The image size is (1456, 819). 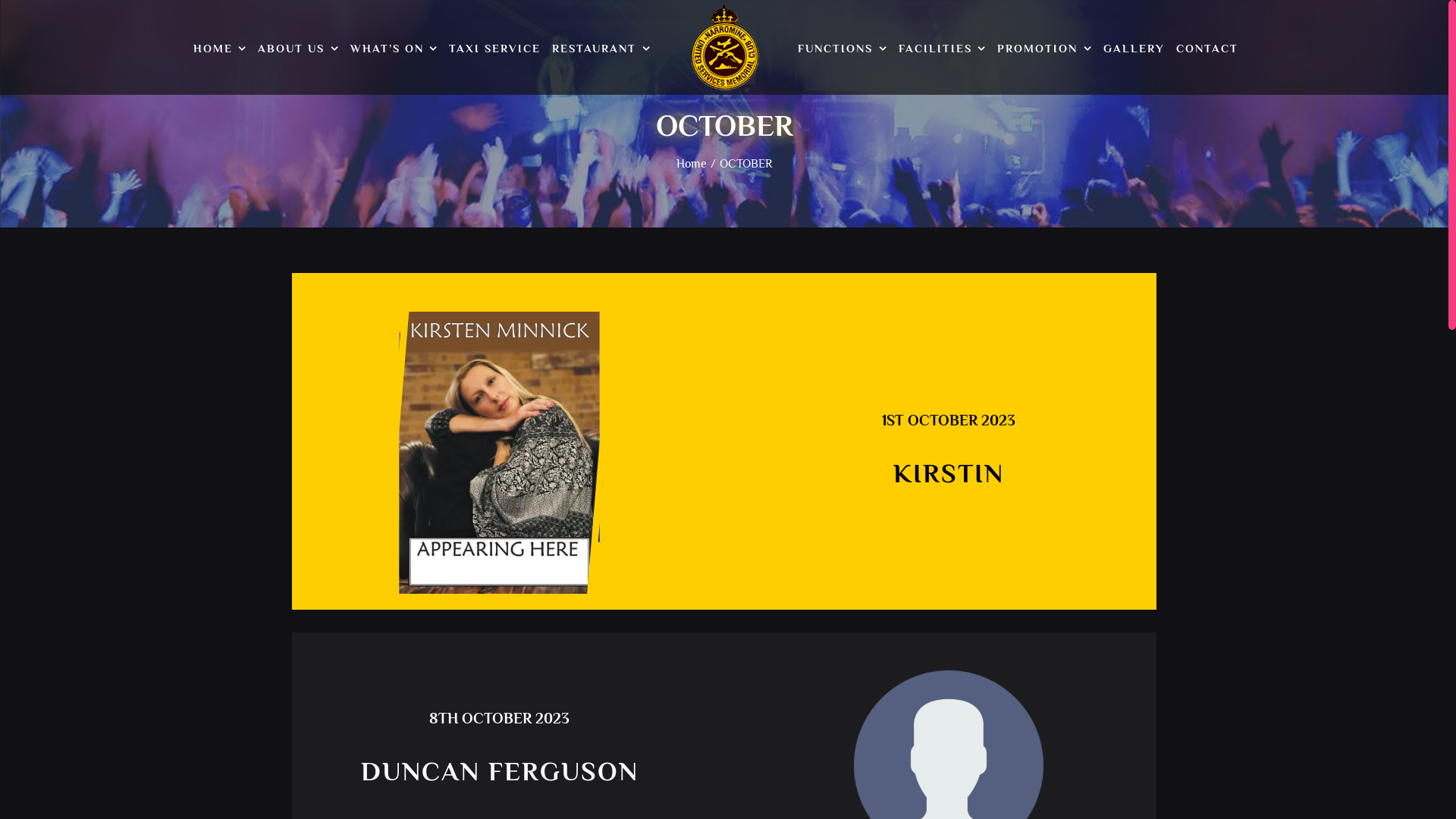 I want to click on 'FUNCTIONS', so click(x=841, y=49).